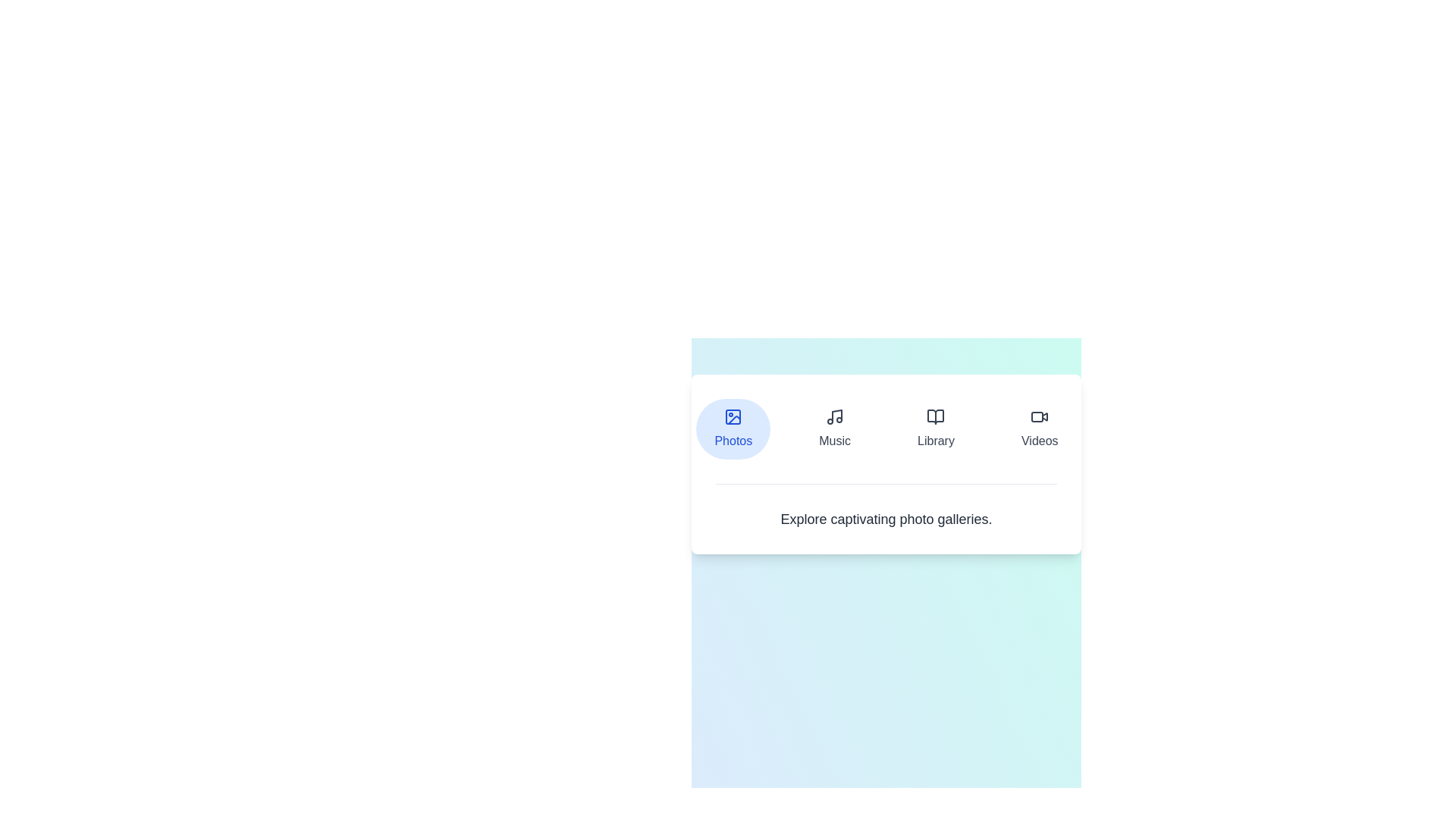 This screenshot has height=819, width=1456. I want to click on the 'Library' text label in the navigation bar, so click(935, 441).